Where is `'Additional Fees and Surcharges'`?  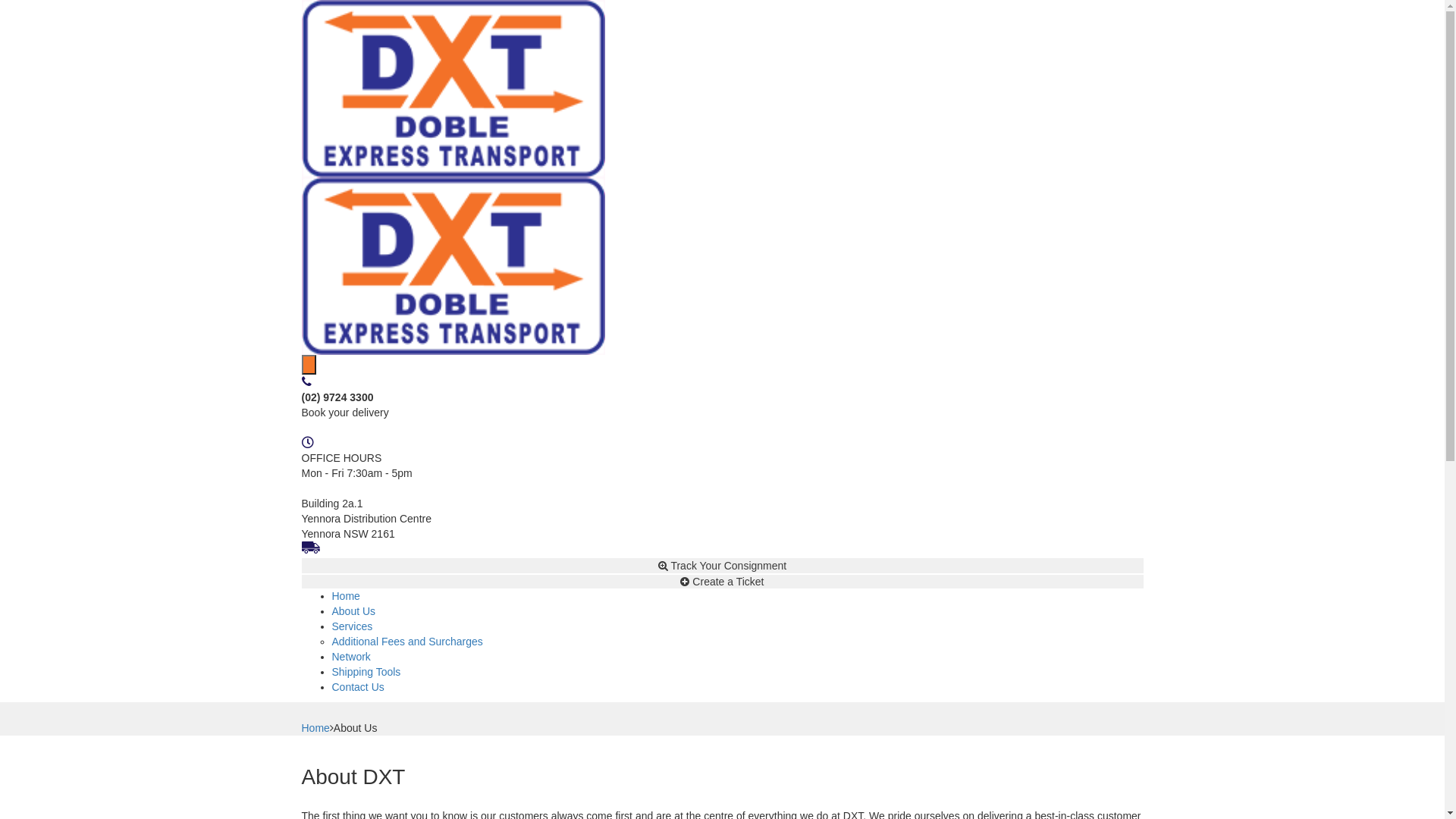
'Additional Fees and Surcharges' is located at coordinates (331, 641).